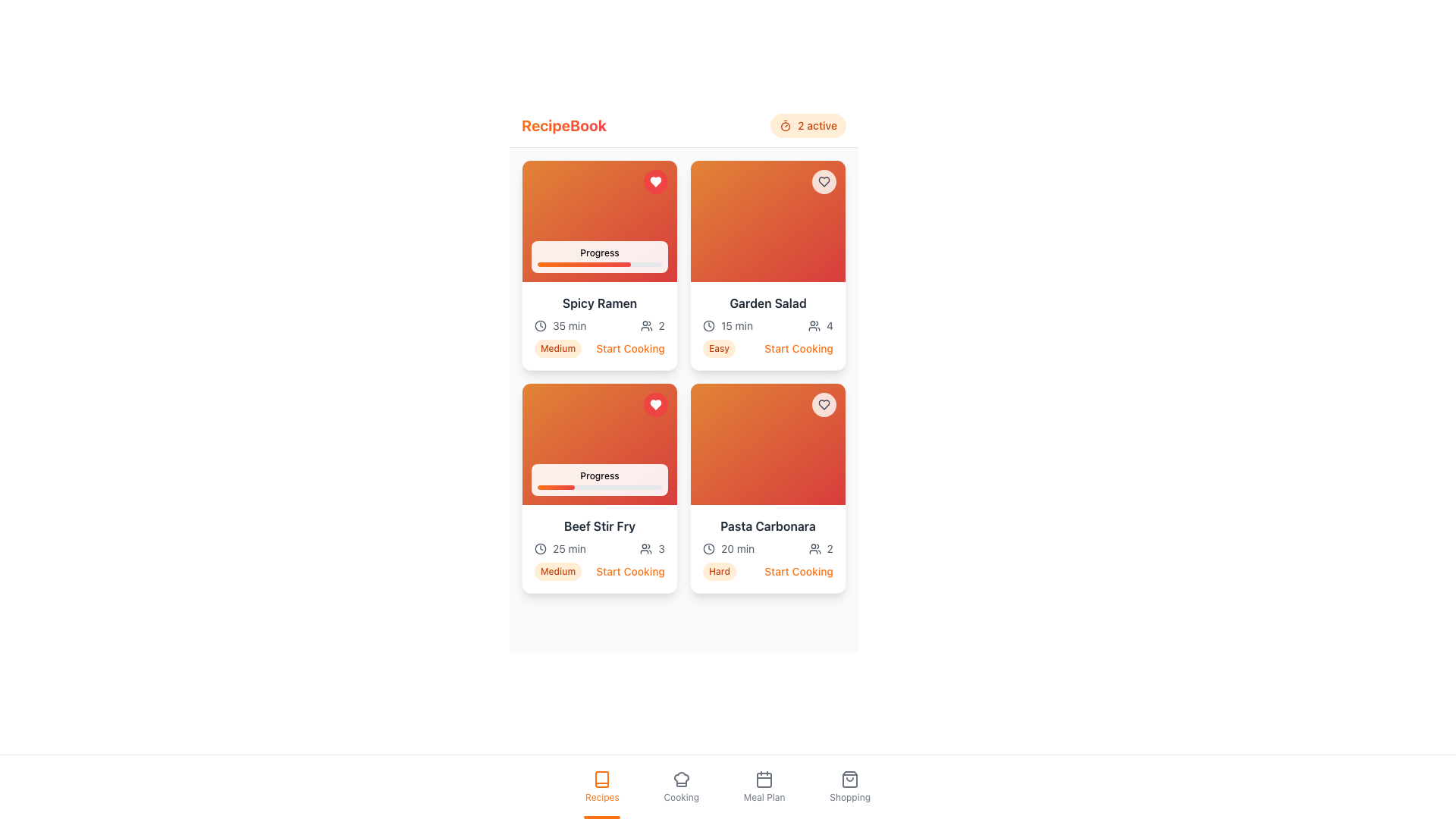 The image size is (1456, 819). Describe the element at coordinates (557, 348) in the screenshot. I see `the small capsule-shaped badge labeled 'Medium' with orange text on a light orange background, located within the 'Beef Stir Fry' card, positioned to the left of the 'Start Cooking' button` at that location.